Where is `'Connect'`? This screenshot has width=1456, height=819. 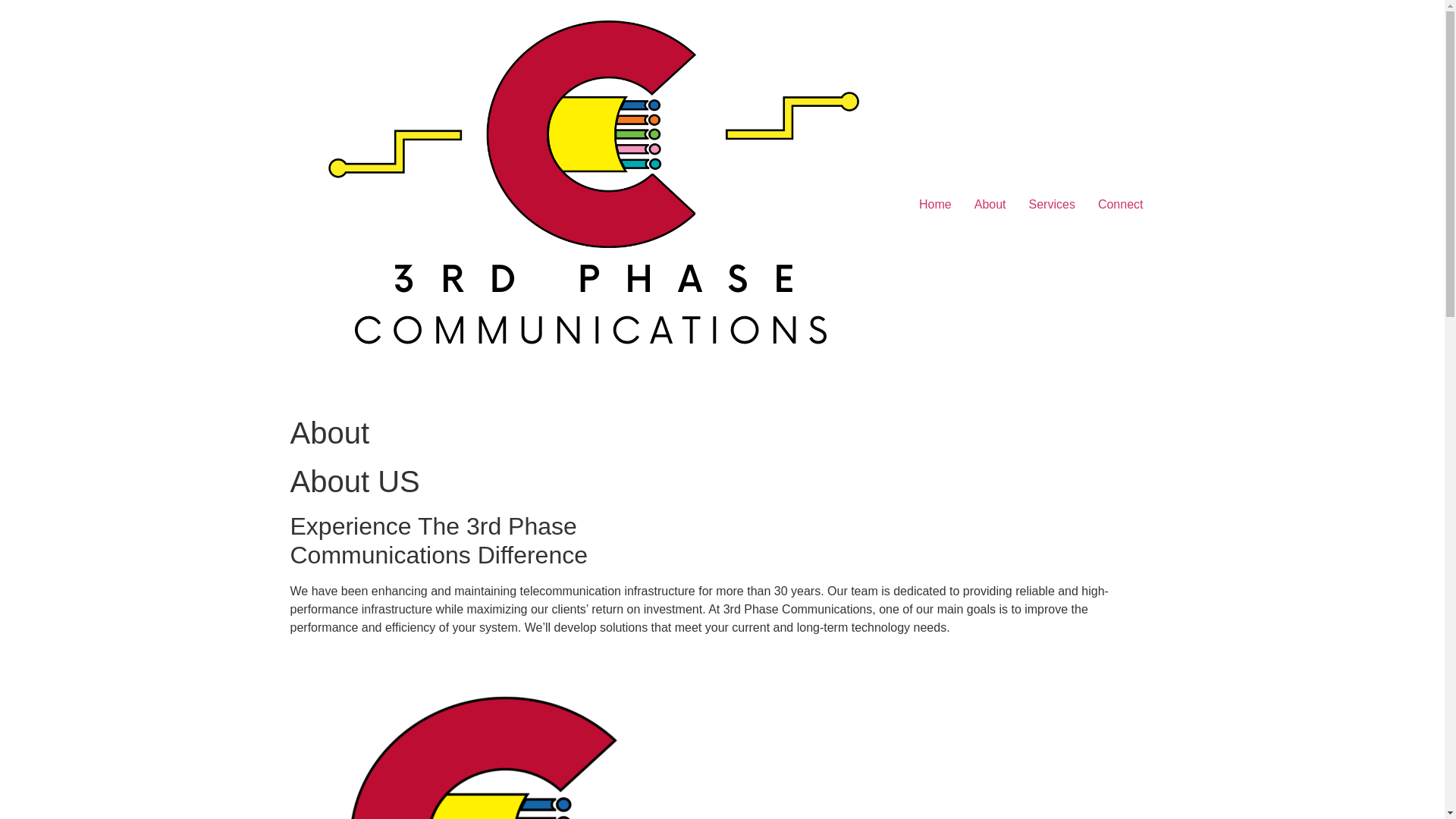
'Connect' is located at coordinates (1121, 205).